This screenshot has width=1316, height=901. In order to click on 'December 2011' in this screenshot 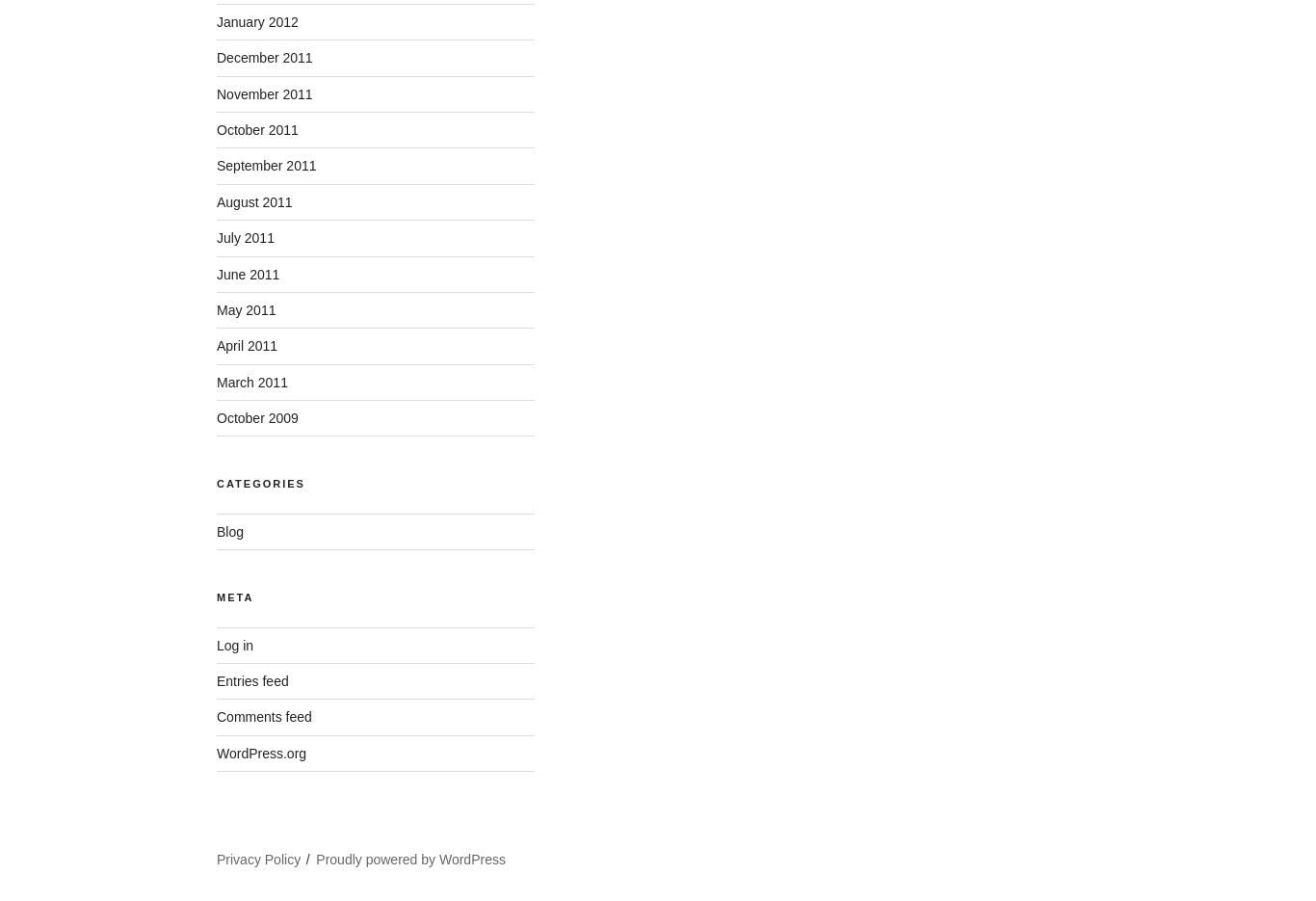, I will do `click(264, 58)`.